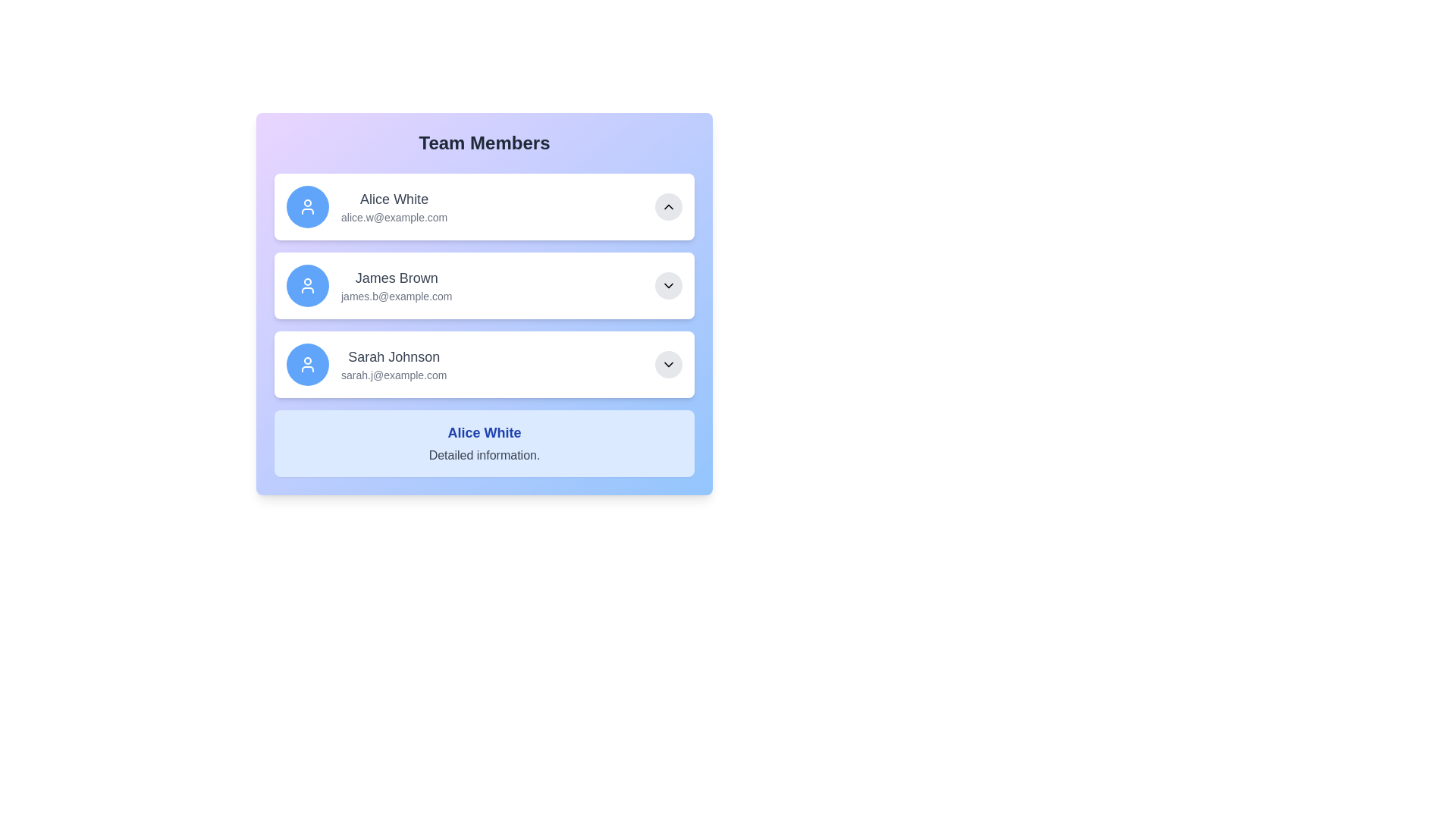 The height and width of the screenshot is (819, 1456). Describe the element at coordinates (668, 207) in the screenshot. I see `the icon button for collapsing the detailed view of 'Alice White' in the 'Team Members' panel` at that location.